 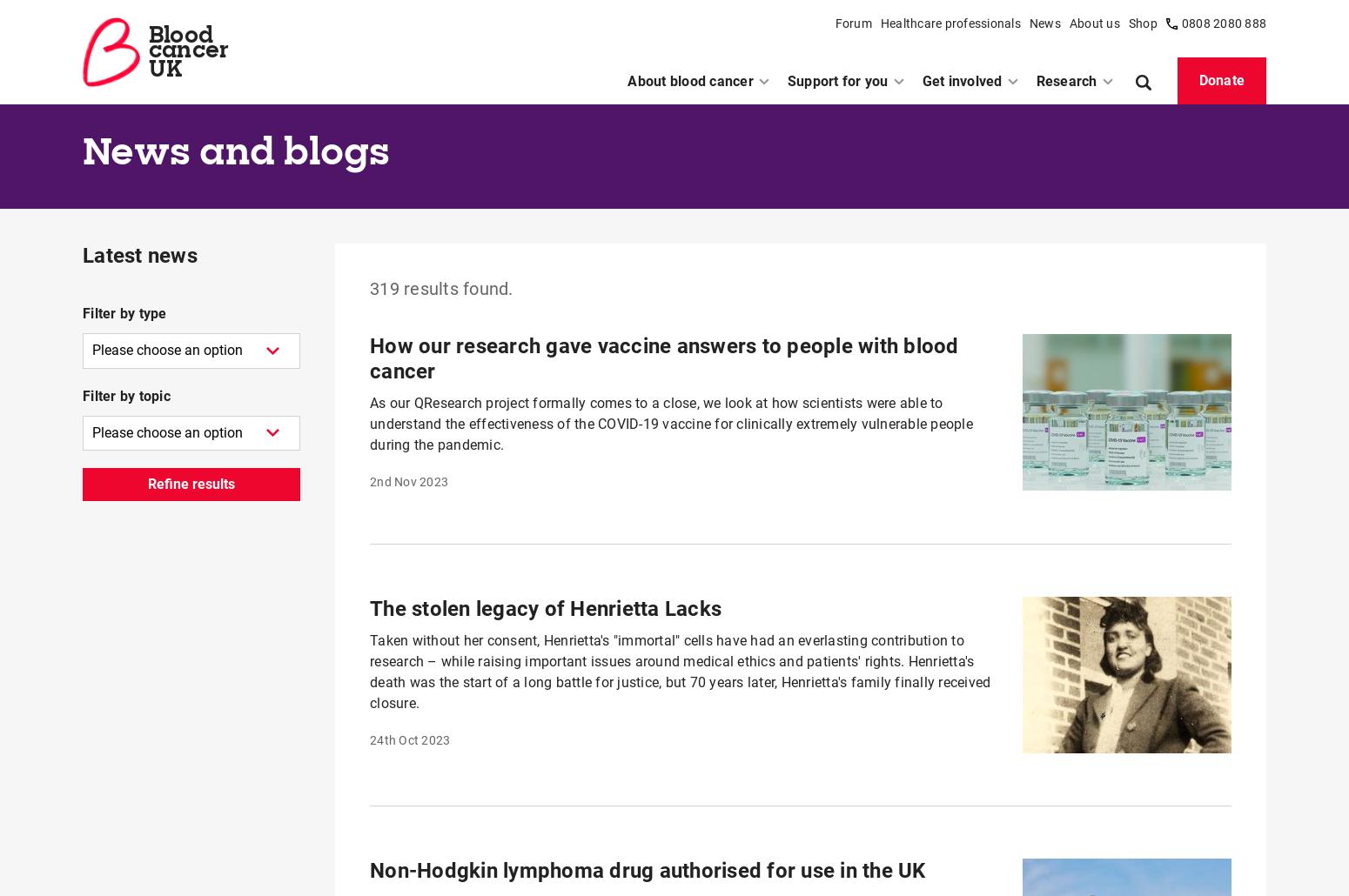 What do you see at coordinates (685, 786) in the screenshot?
I see `'We’ve just found out that the latest Omaze Million Pound House Draw raised a staggering £1.95m in just six weeks to support vital blood cancer research. Yes, you read that right – £1,950,000!'` at bounding box center [685, 786].